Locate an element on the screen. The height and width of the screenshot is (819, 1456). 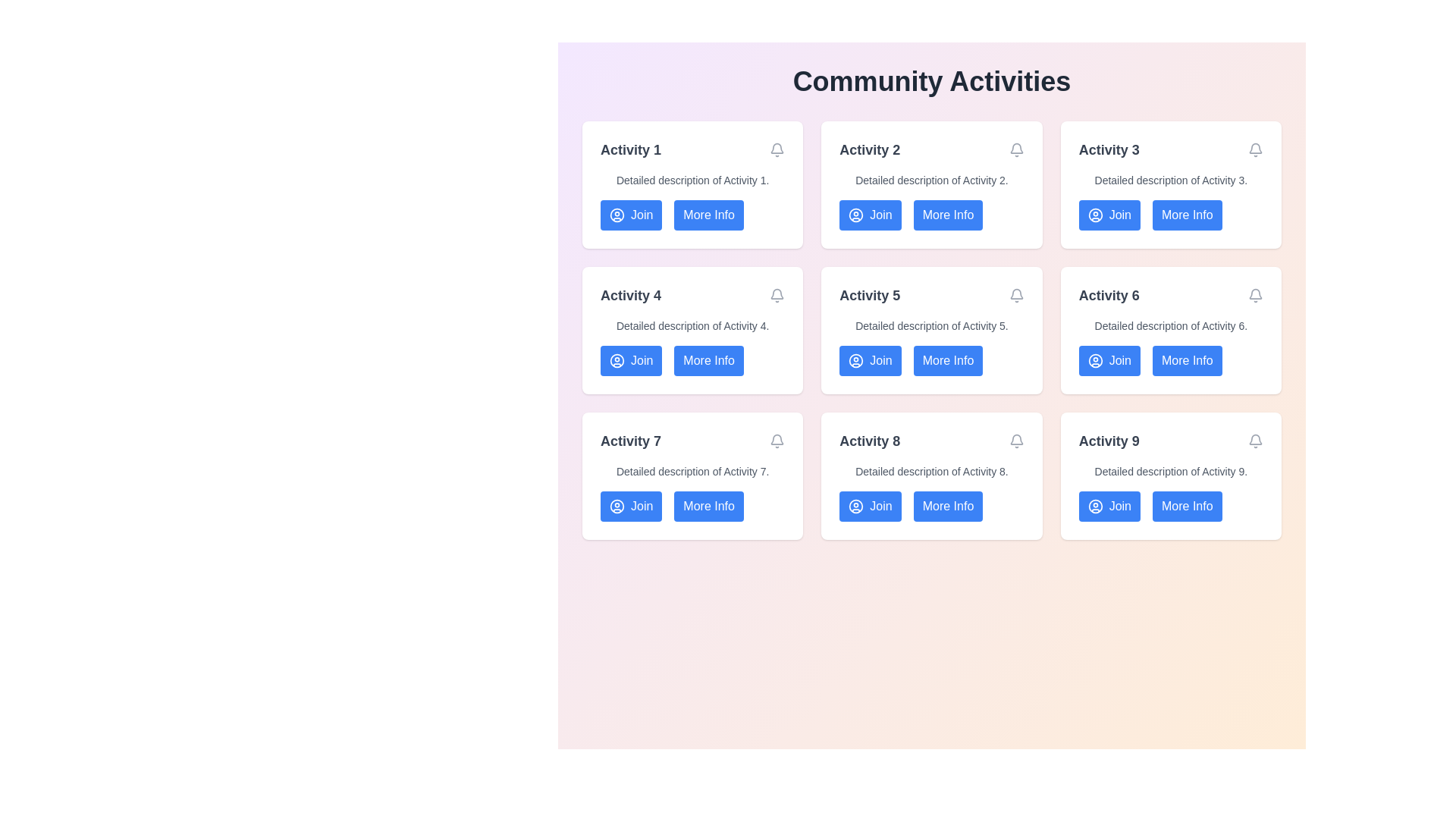
the 'Activity 1' text label element at the top-left corner of the first card in the grid layout to focus is located at coordinates (630, 149).